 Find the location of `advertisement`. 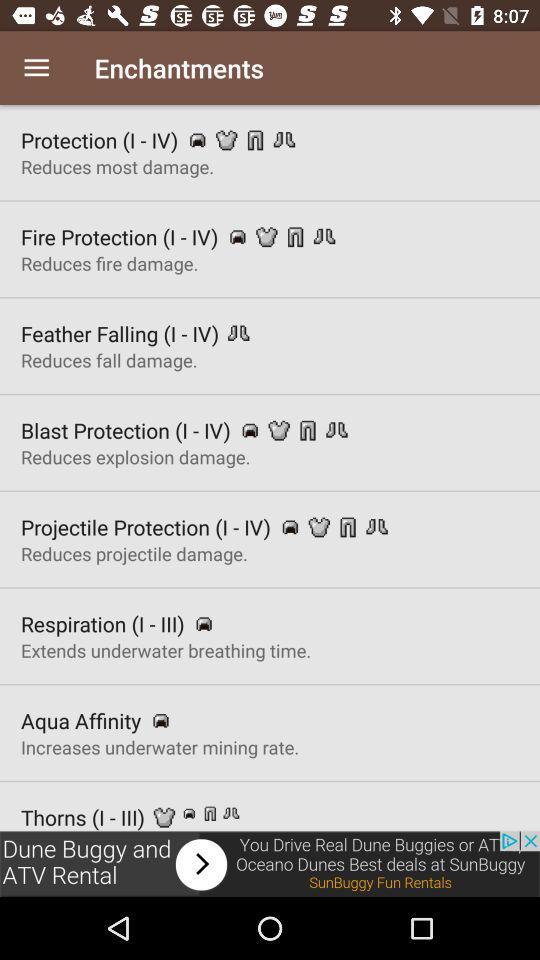

advertisement is located at coordinates (270, 863).